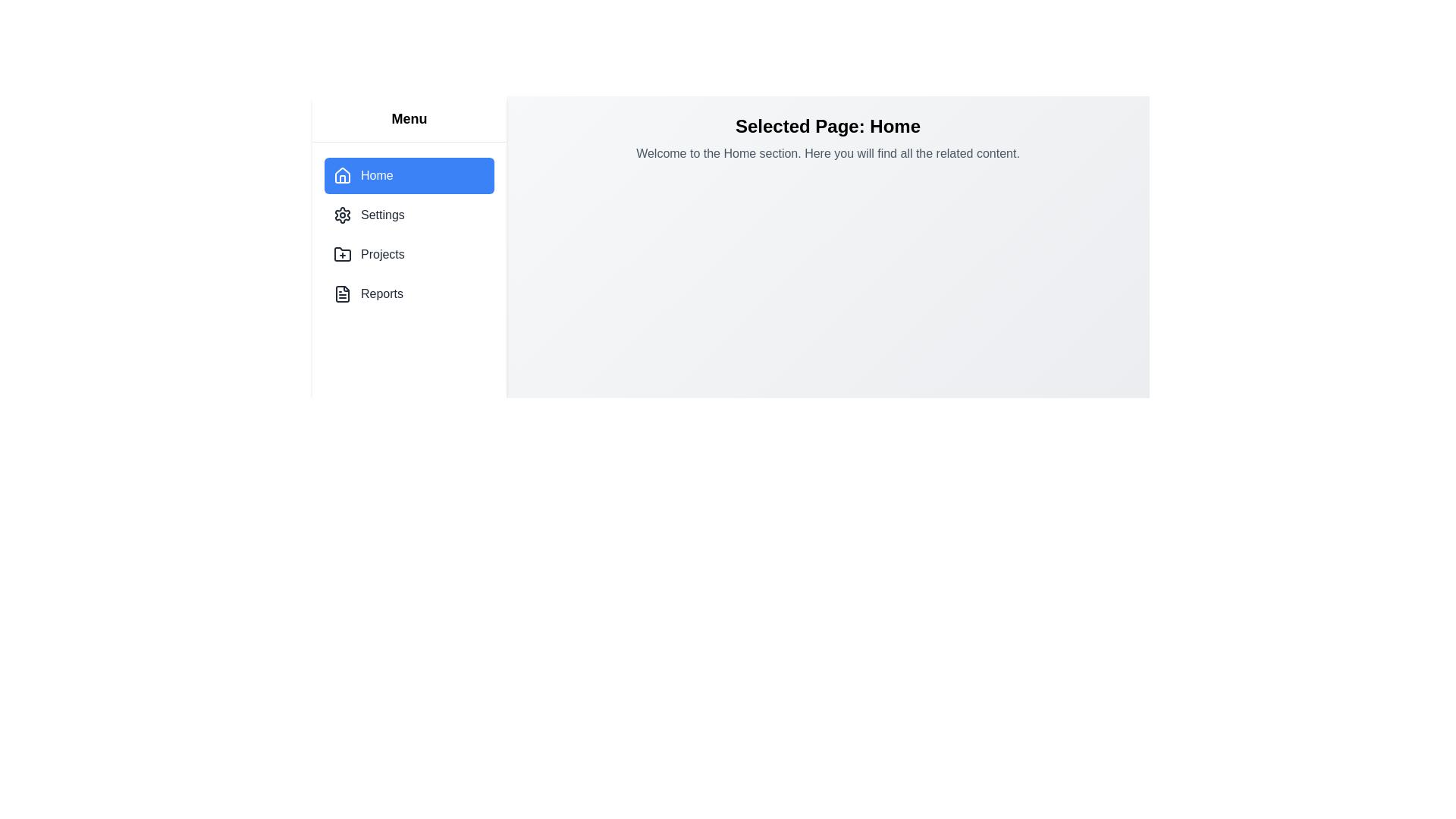  What do you see at coordinates (827, 154) in the screenshot?
I see `the static text label that provides context for the 'Home' section, located beneath 'Selected Page: Home'` at bounding box center [827, 154].